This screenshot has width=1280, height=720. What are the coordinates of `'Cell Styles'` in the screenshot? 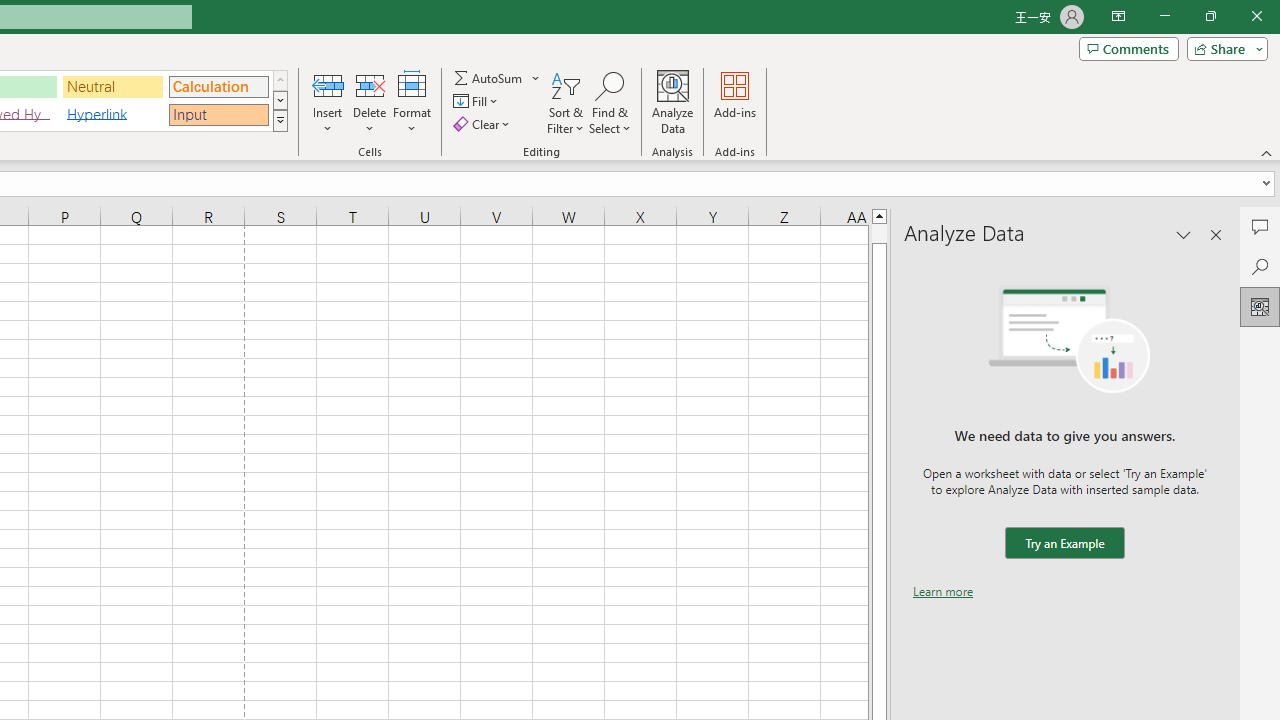 It's located at (279, 120).